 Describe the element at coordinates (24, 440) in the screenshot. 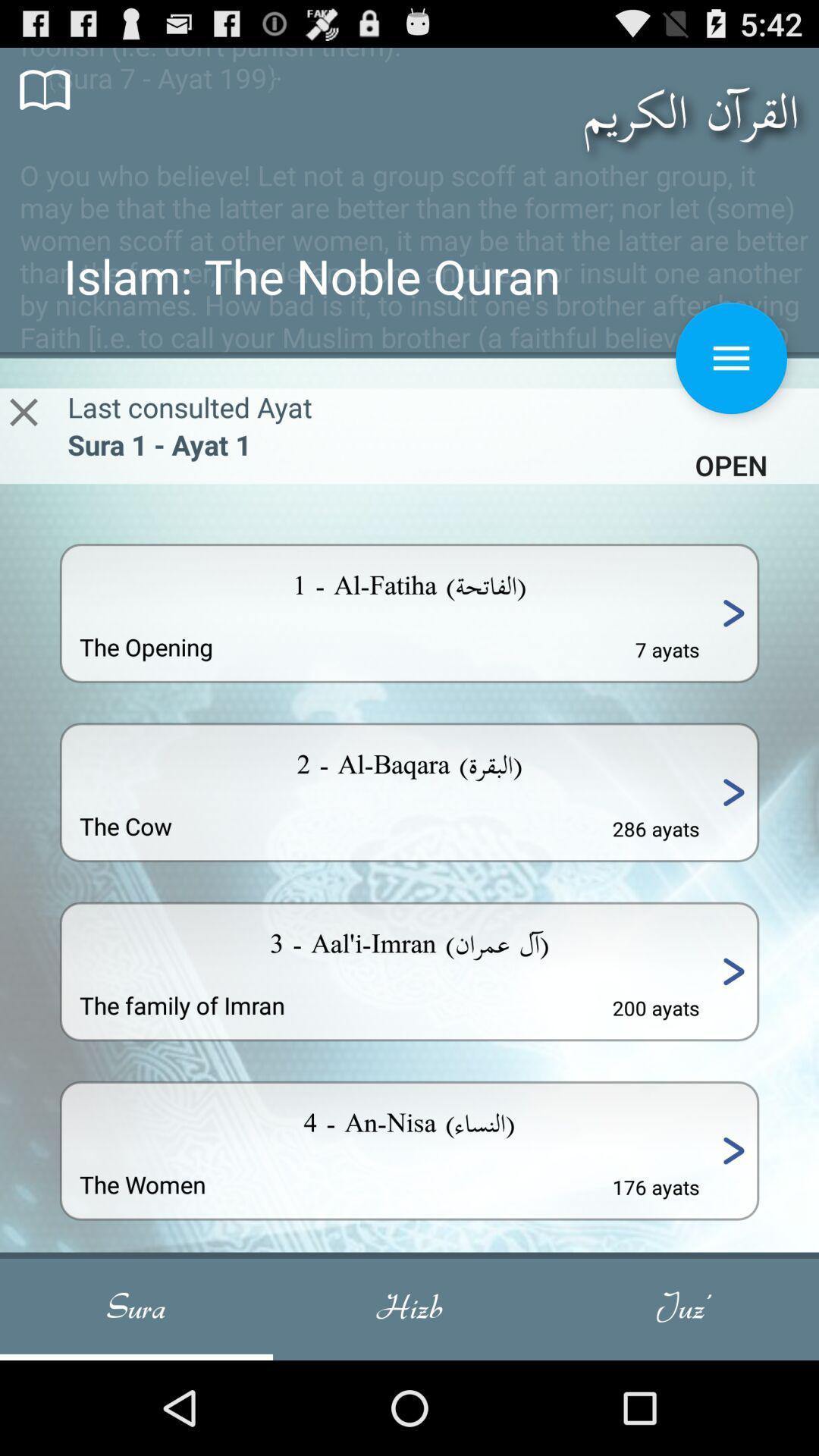

I see `the close icon` at that location.